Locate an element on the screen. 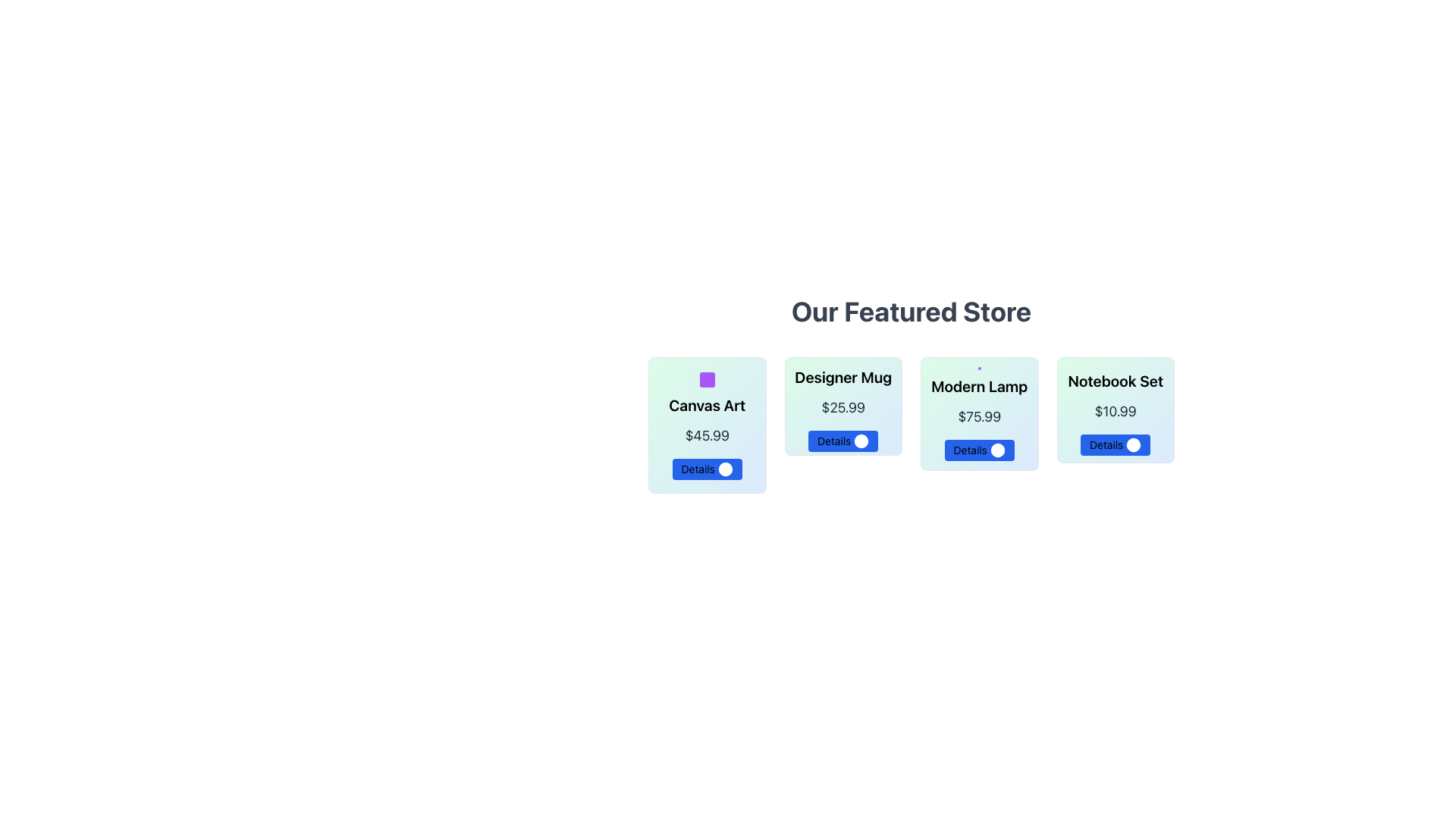 Image resolution: width=1456 pixels, height=819 pixels. the static text element that identifies the product displayed on the second product card from the left, located at the top-center area above the price and details button is located at coordinates (843, 376).